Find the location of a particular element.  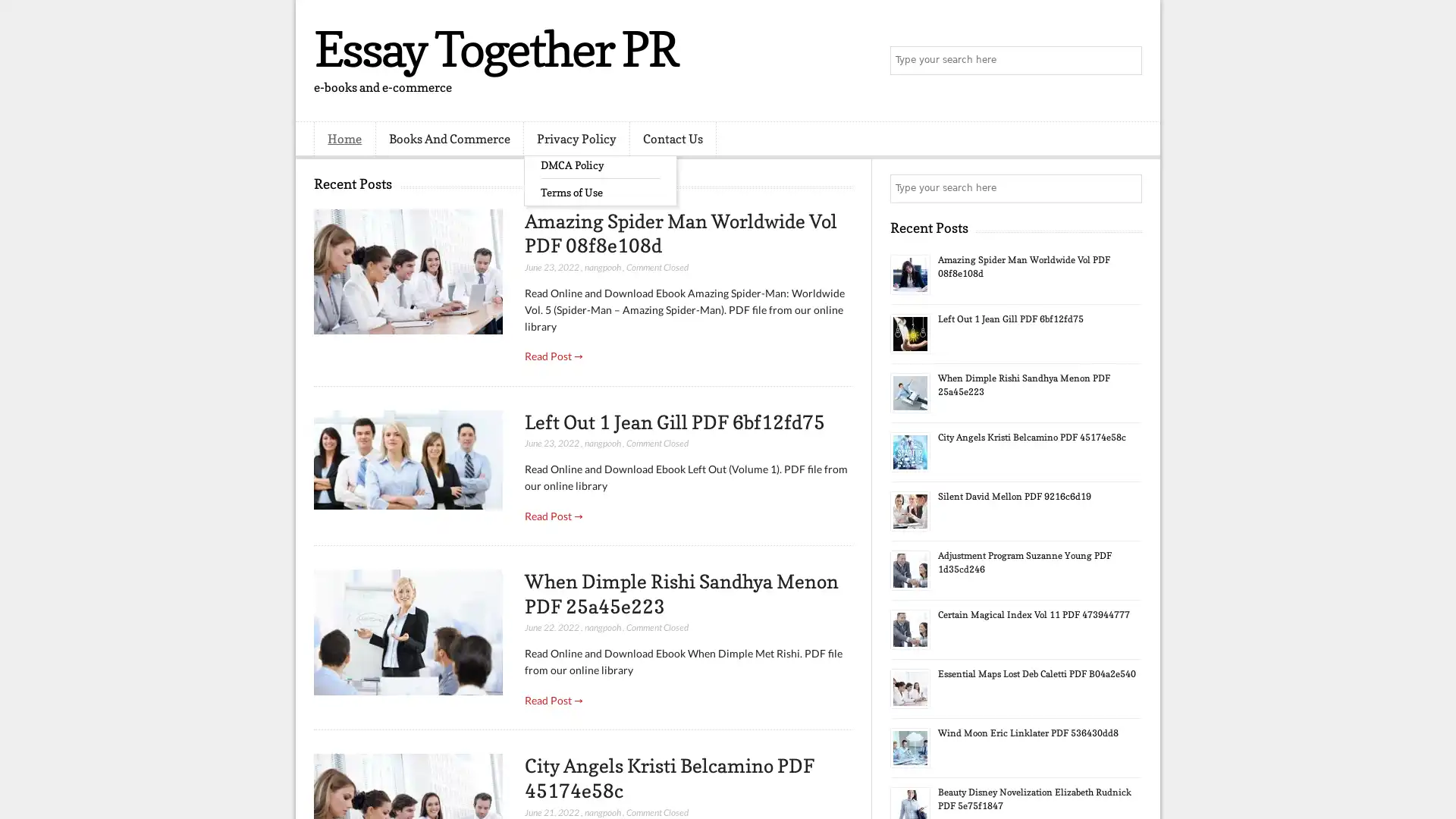

Search is located at coordinates (1126, 188).